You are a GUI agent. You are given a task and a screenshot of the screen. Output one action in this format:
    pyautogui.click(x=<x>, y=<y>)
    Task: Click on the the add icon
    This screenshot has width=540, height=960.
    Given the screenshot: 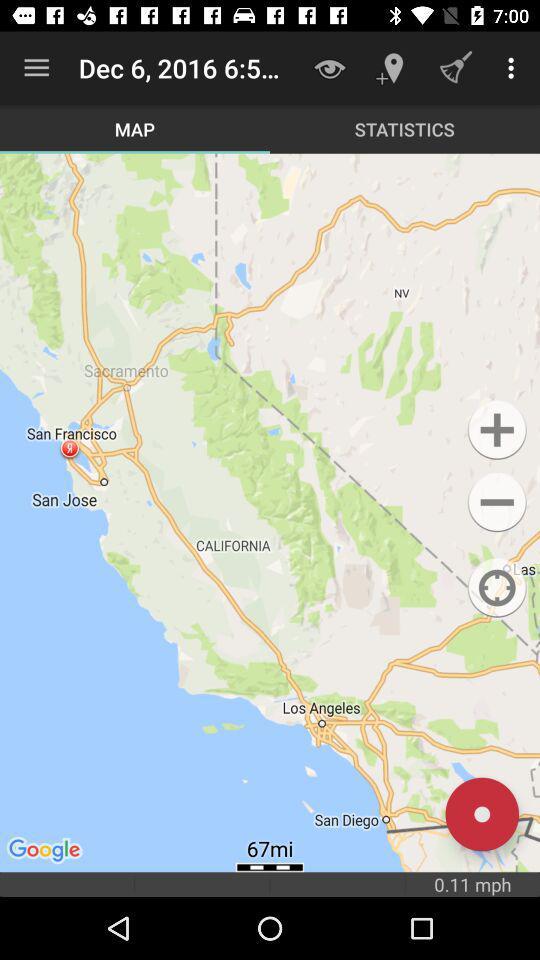 What is the action you would take?
    pyautogui.click(x=496, y=430)
    